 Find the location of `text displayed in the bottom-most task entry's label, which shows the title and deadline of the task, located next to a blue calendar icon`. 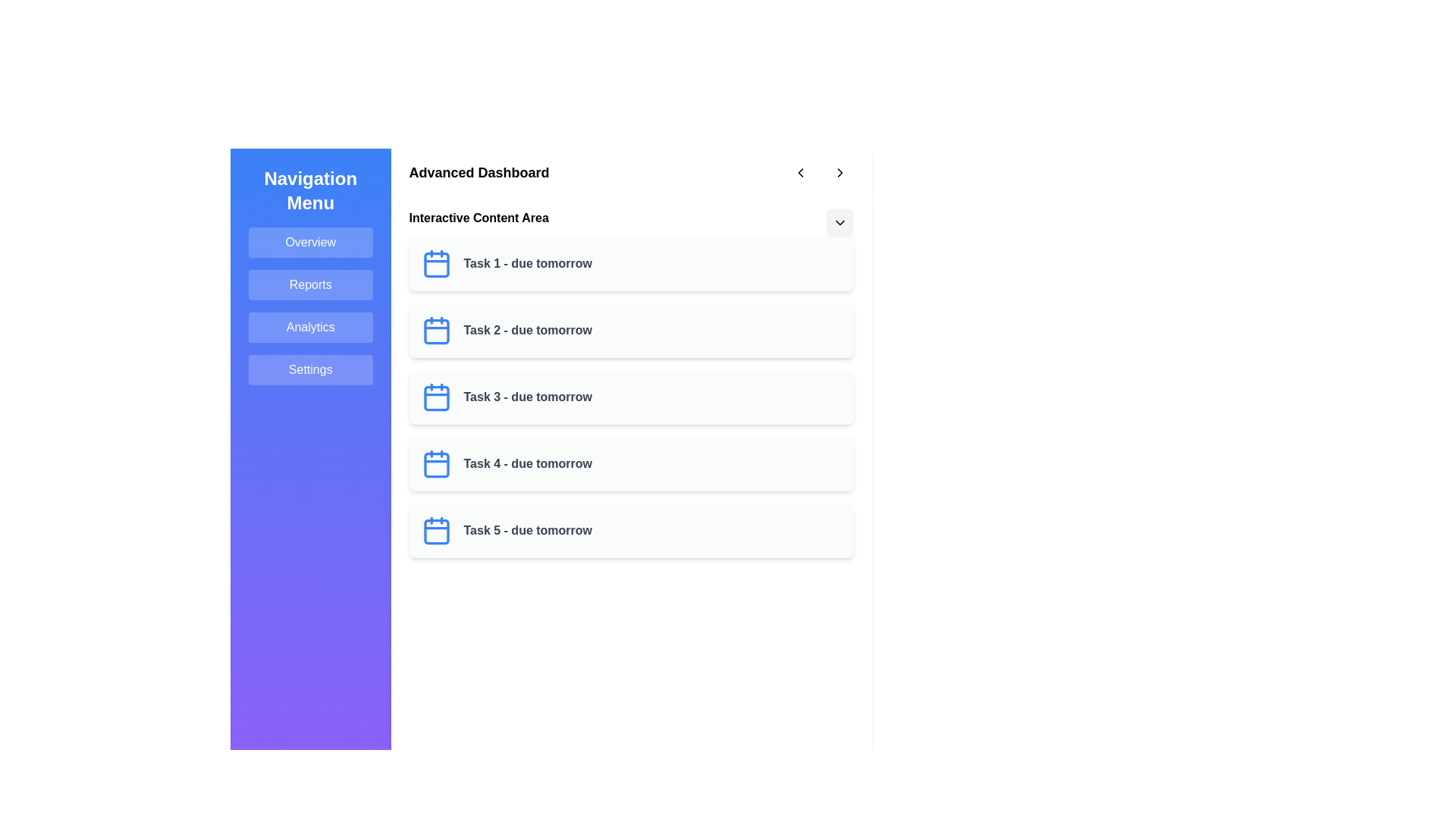

text displayed in the bottom-most task entry's label, which shows the title and deadline of the task, located next to a blue calendar icon is located at coordinates (528, 529).